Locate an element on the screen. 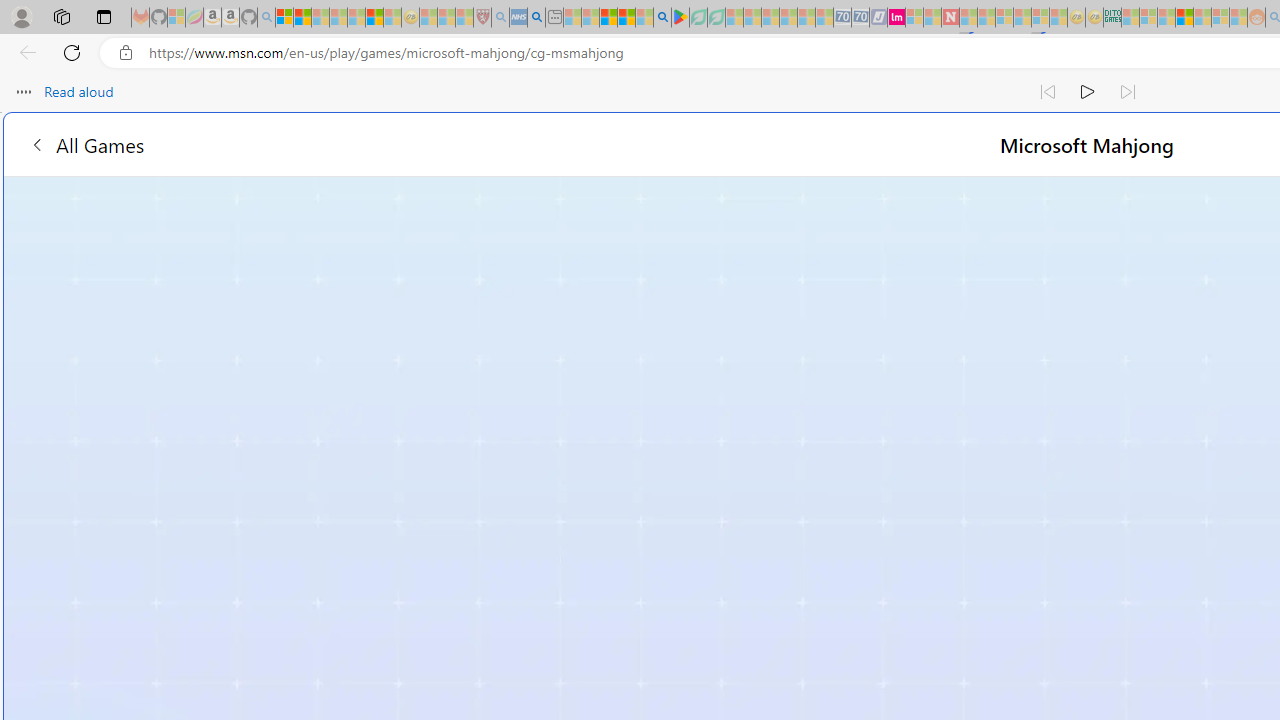  'Expert Portfolios' is located at coordinates (1184, 17).